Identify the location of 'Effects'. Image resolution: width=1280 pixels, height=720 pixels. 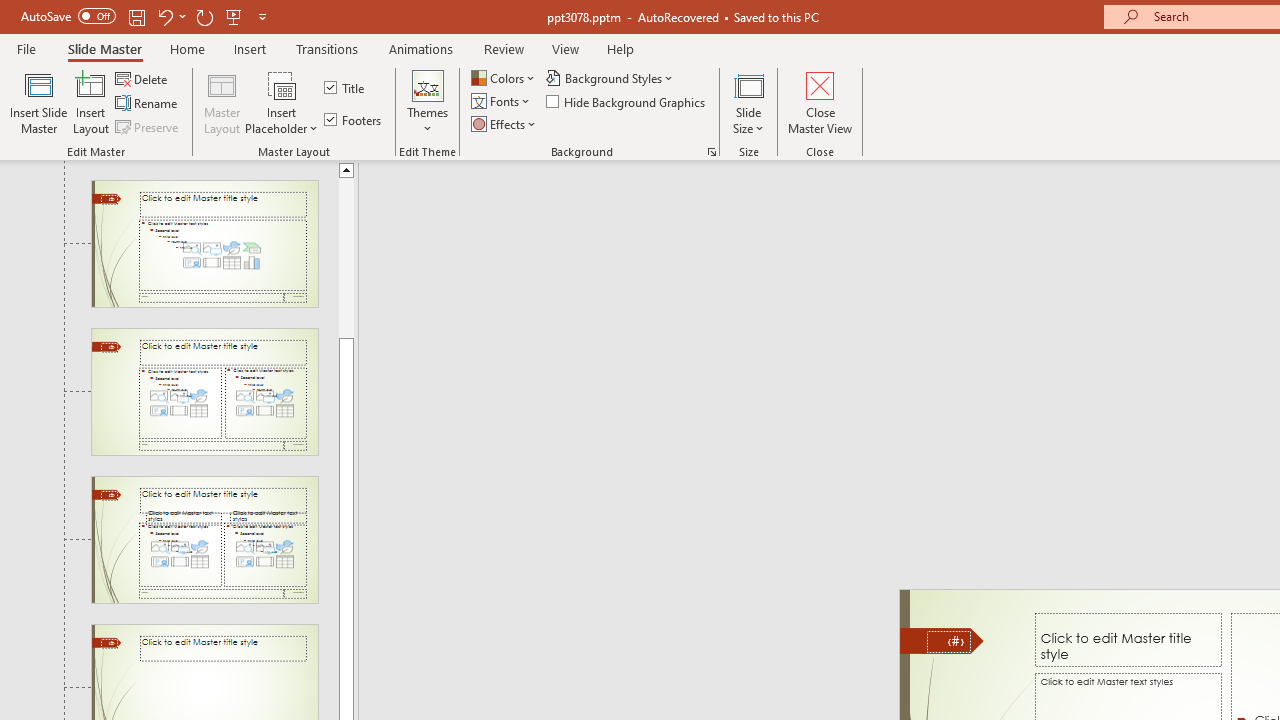
(505, 124).